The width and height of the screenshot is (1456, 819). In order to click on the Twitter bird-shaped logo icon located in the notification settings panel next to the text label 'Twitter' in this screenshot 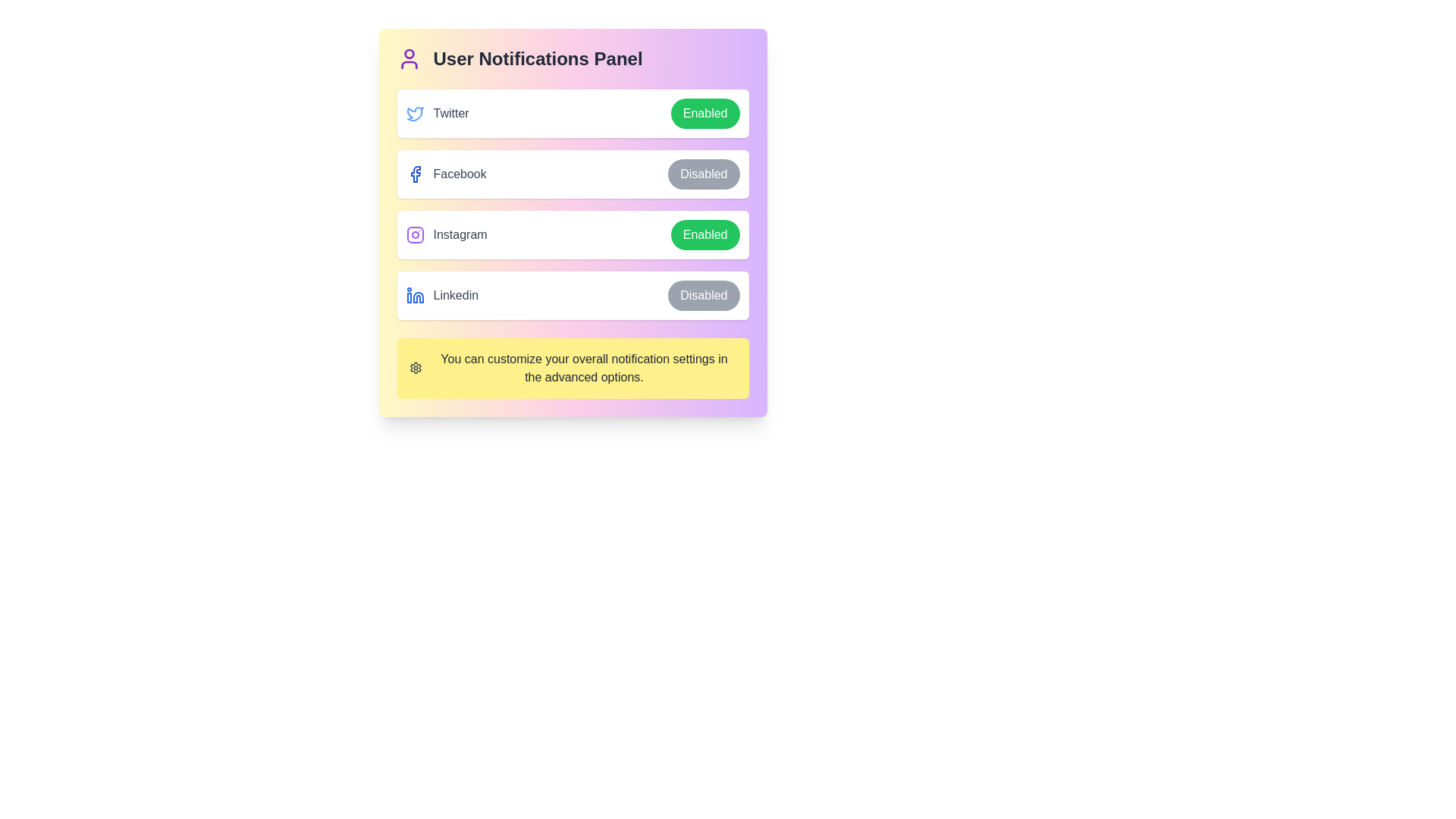, I will do `click(415, 113)`.